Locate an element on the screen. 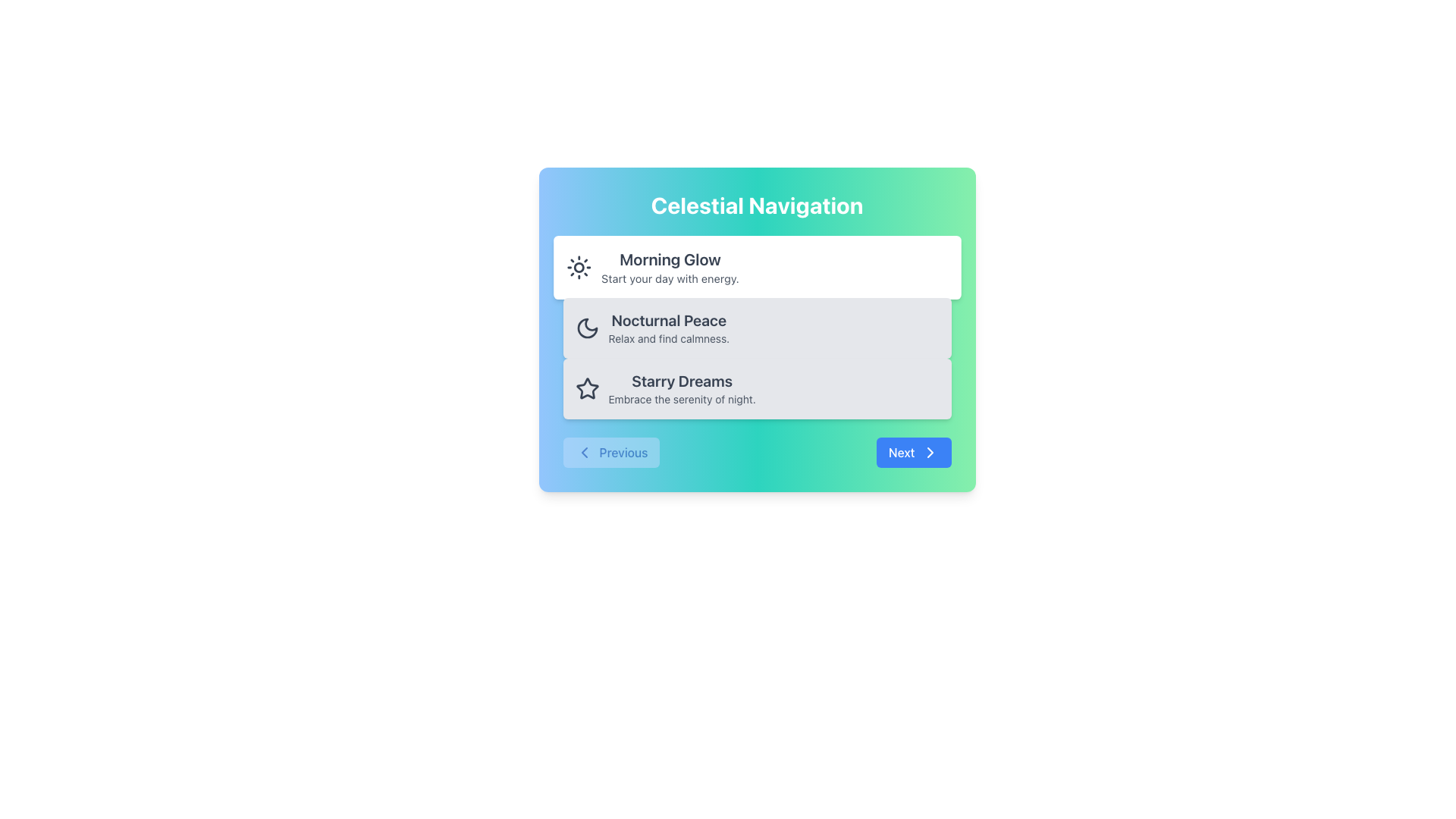 Image resolution: width=1456 pixels, height=819 pixels. the chevron icon located to the right of the 'Next' button in the bottom-right corner of the 'Celestial Navigation' modal is located at coordinates (929, 452).